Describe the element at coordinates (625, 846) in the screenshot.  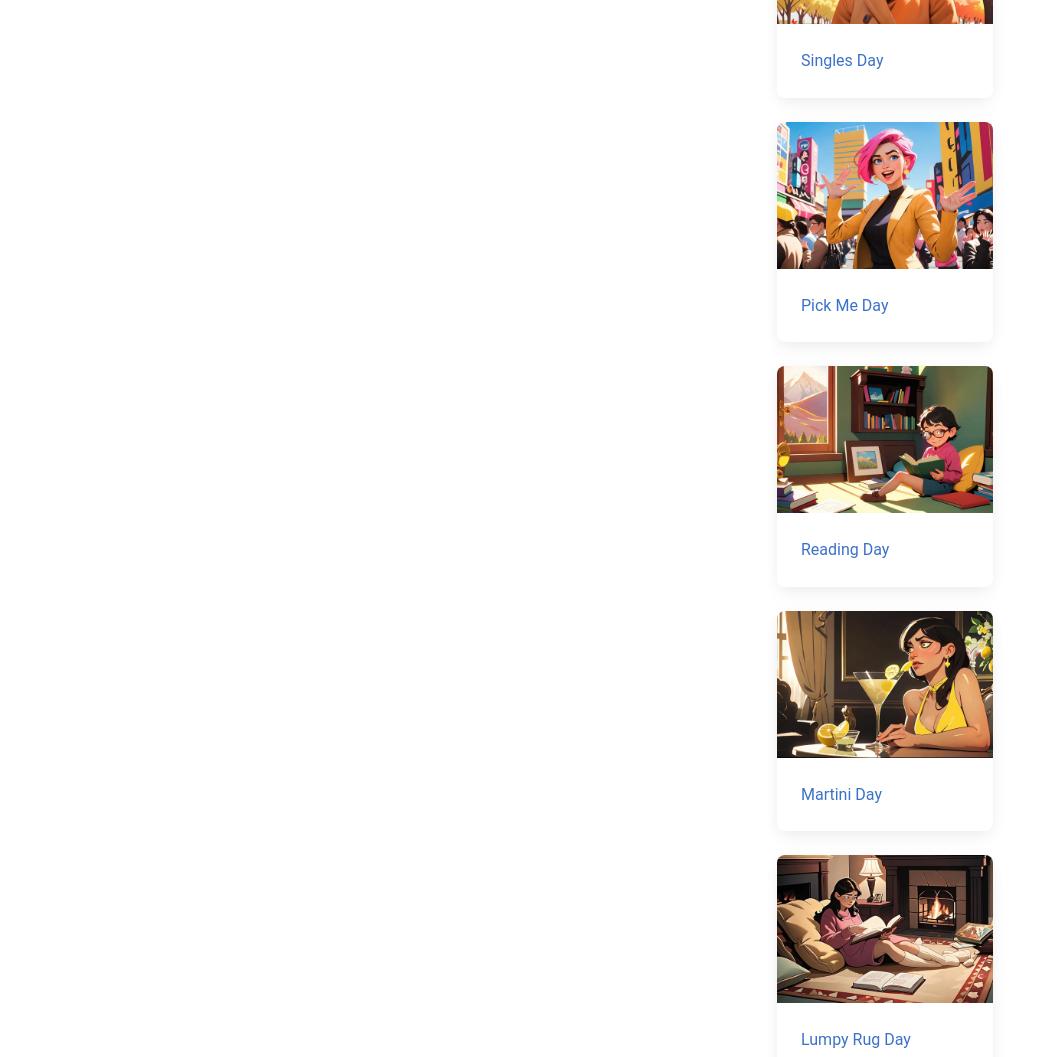
I see `'Privacy Policy'` at that location.